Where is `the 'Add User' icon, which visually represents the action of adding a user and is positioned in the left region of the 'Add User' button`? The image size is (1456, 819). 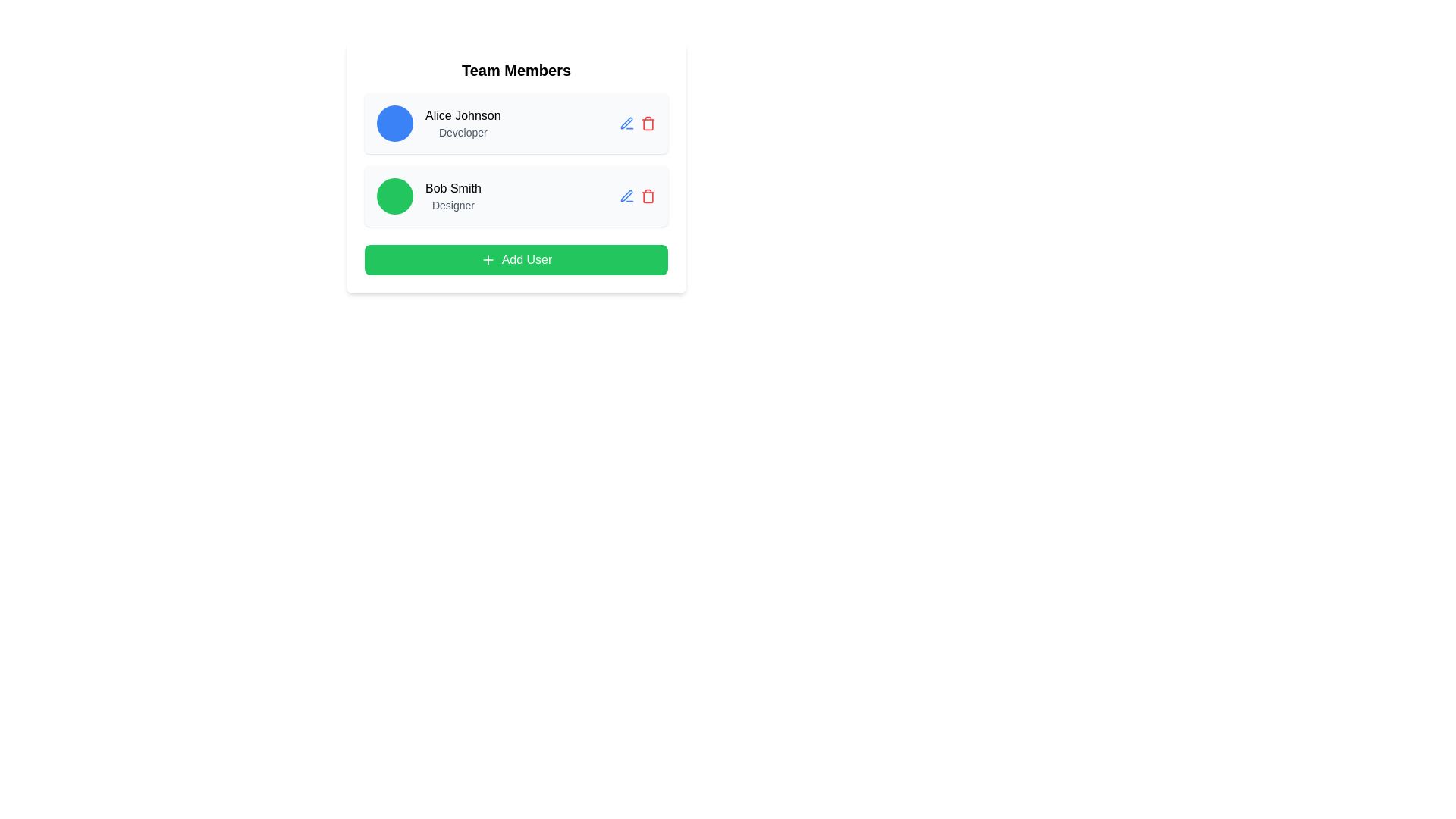
the 'Add User' icon, which visually represents the action of adding a user and is positioned in the left region of the 'Add User' button is located at coordinates (488, 259).